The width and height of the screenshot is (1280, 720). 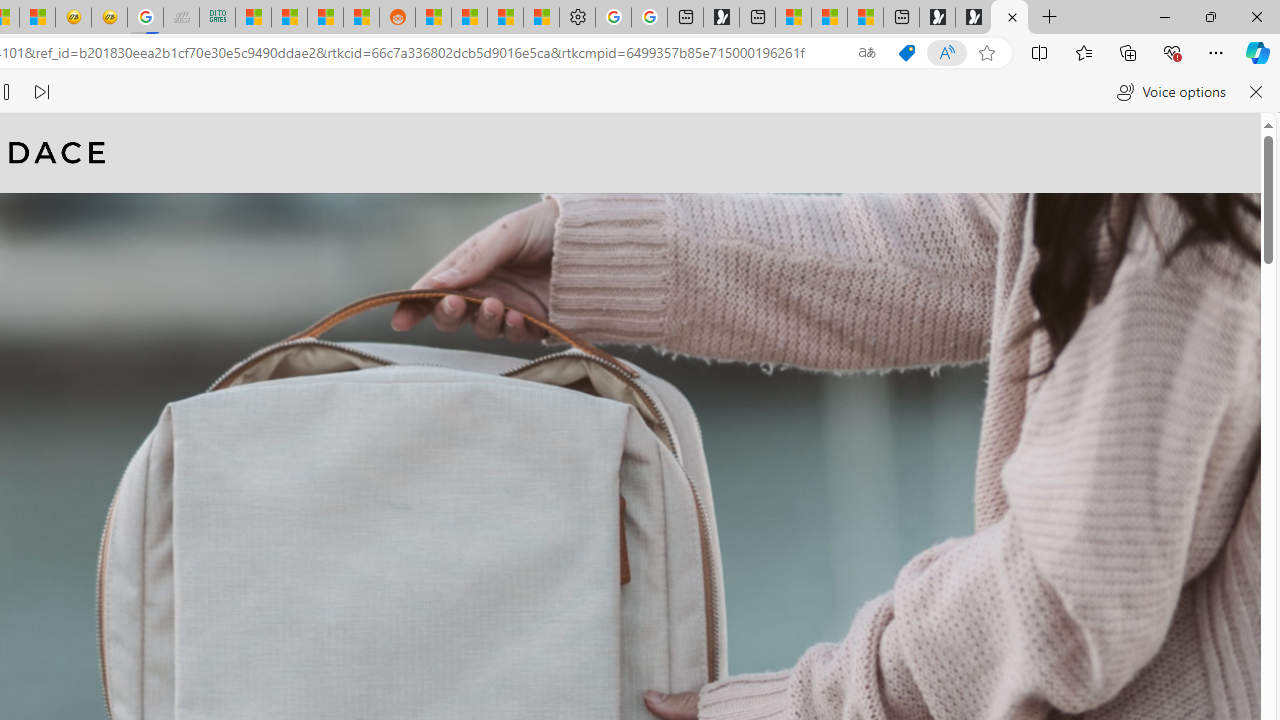 What do you see at coordinates (40, 92) in the screenshot?
I see `'Read next paragraph'` at bounding box center [40, 92].